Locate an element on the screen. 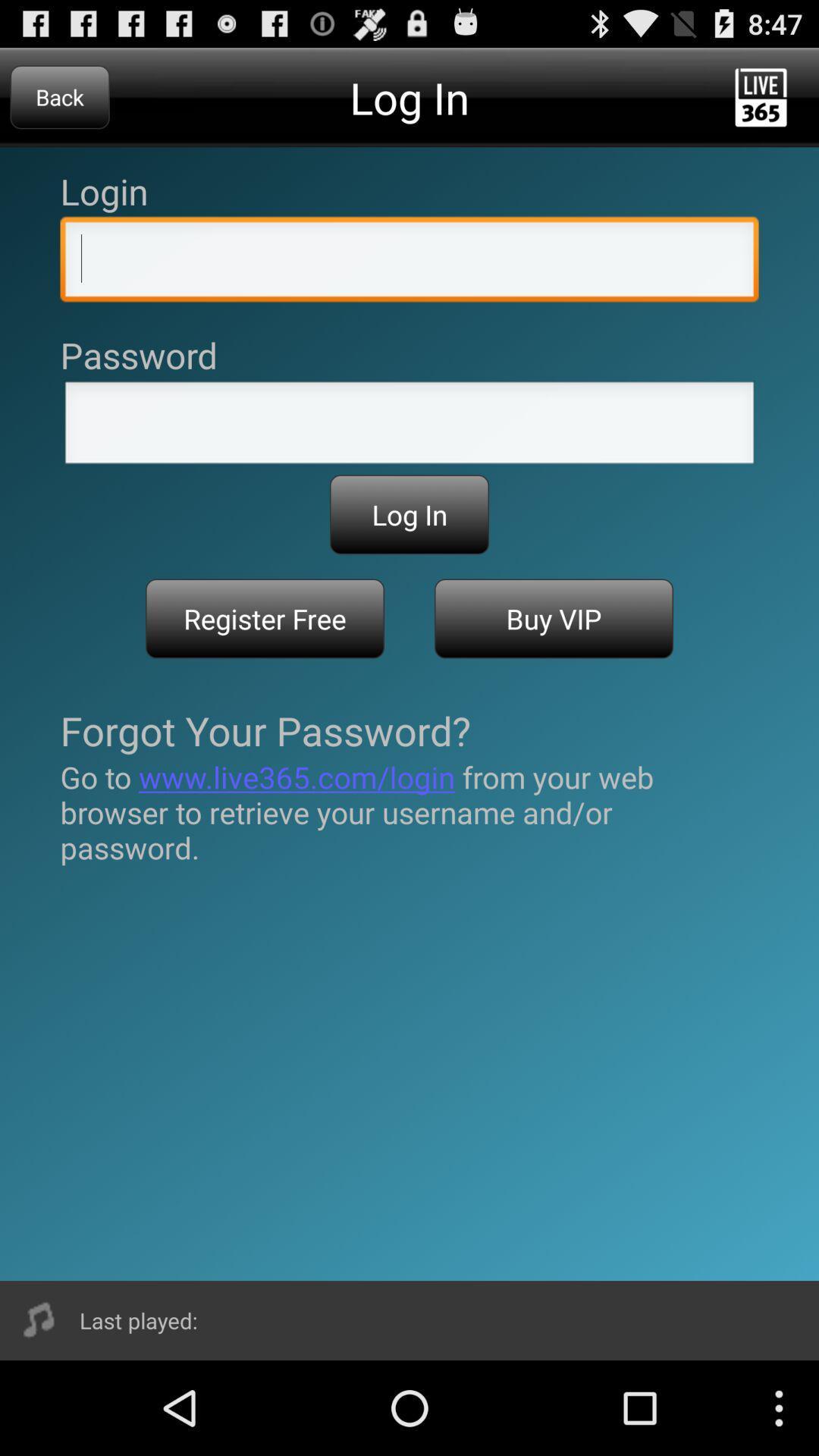  buy vip icon is located at coordinates (554, 619).